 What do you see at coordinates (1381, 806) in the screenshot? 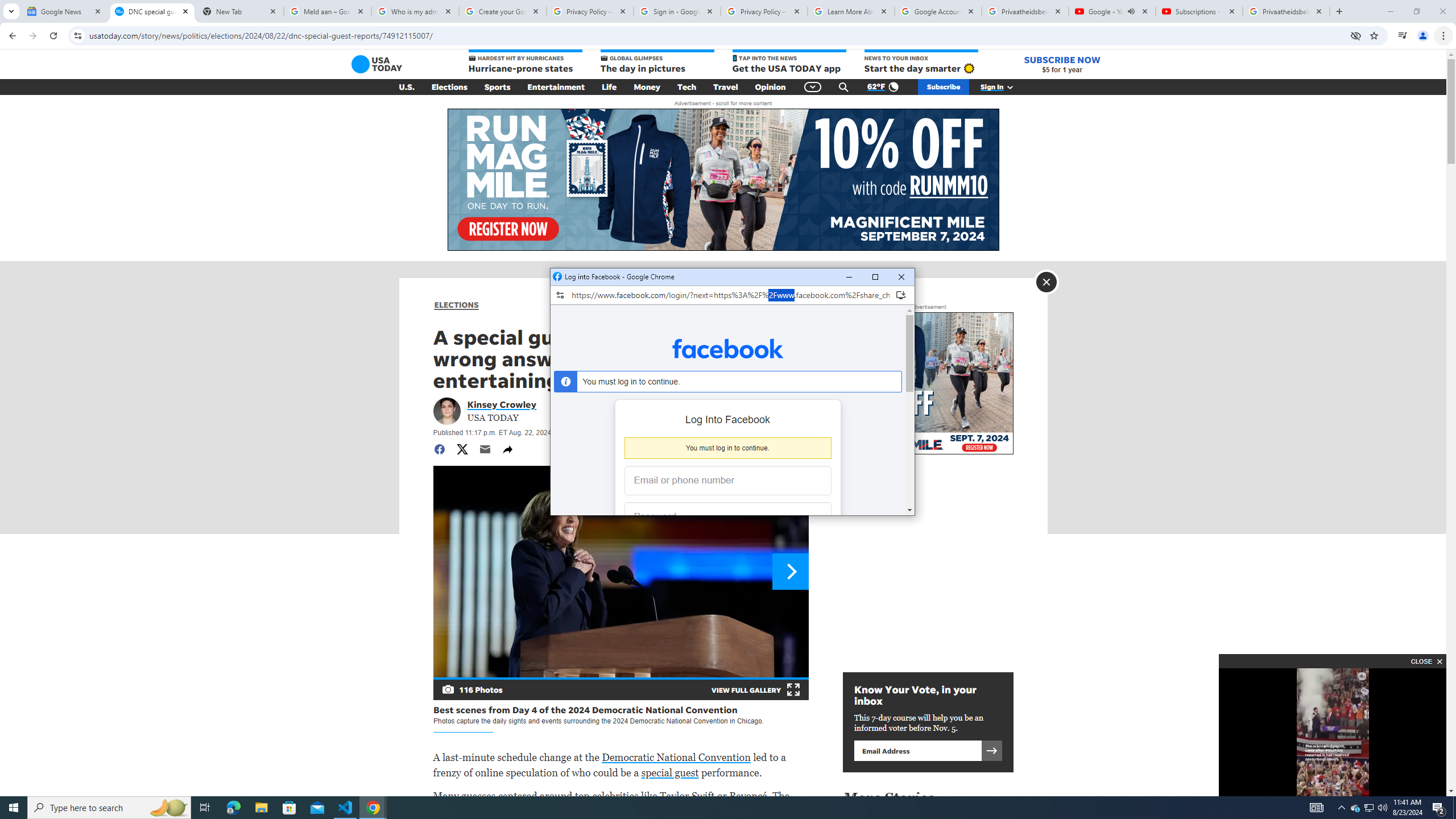
I see `'Q2790: 100%'` at bounding box center [1381, 806].